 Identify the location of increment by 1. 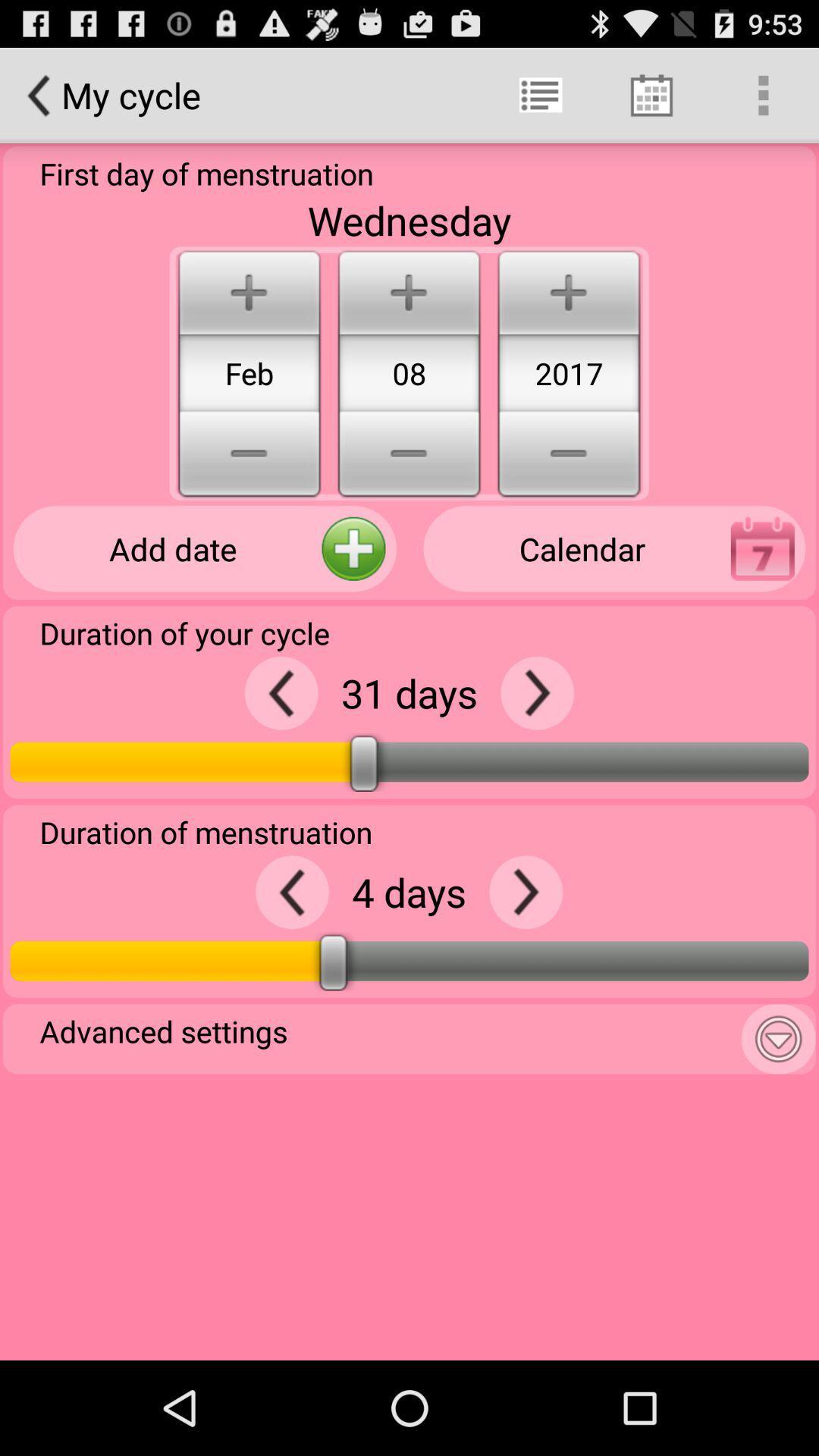
(525, 892).